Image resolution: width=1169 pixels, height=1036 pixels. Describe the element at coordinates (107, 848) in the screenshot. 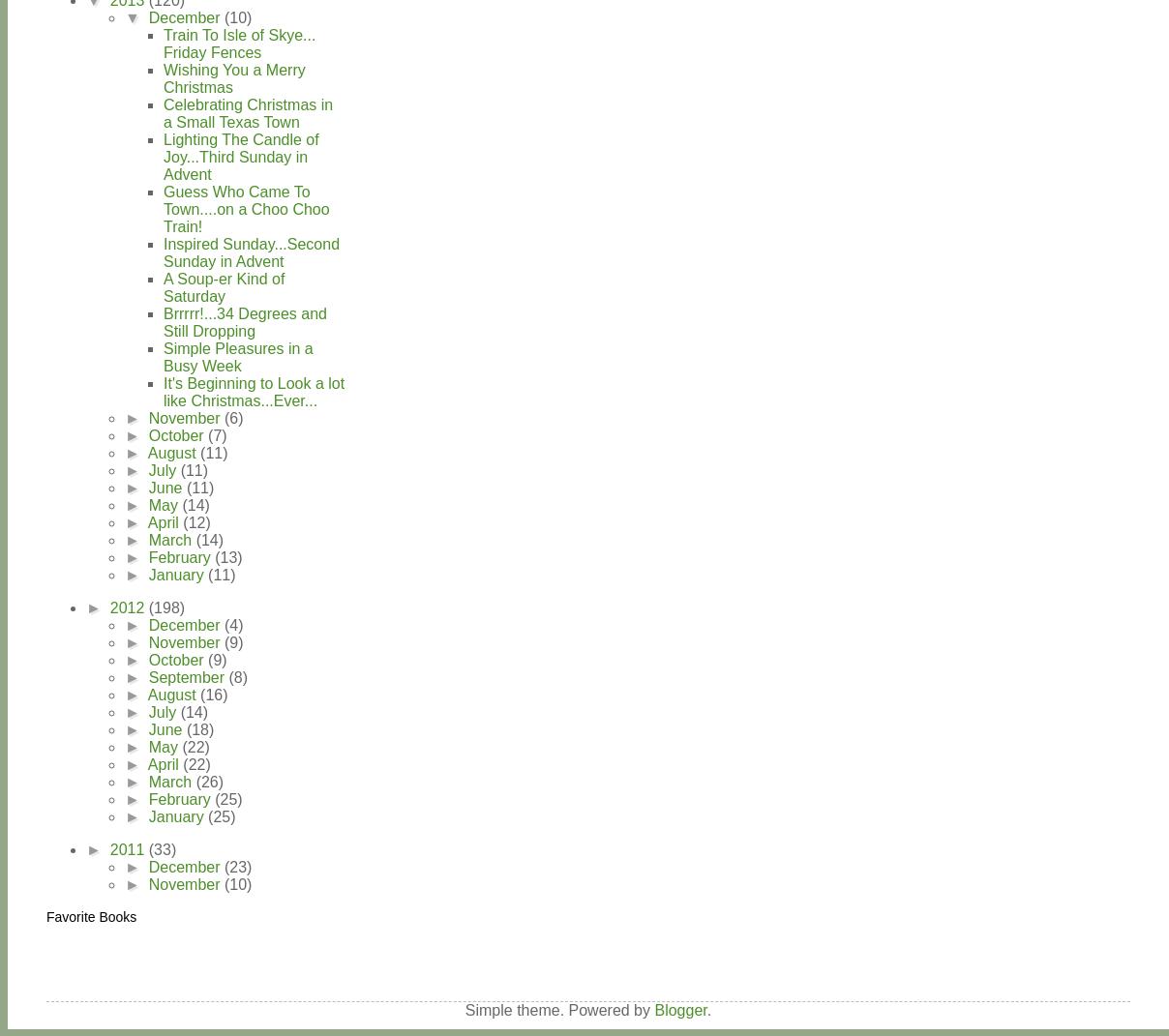

I see `'2011'` at that location.